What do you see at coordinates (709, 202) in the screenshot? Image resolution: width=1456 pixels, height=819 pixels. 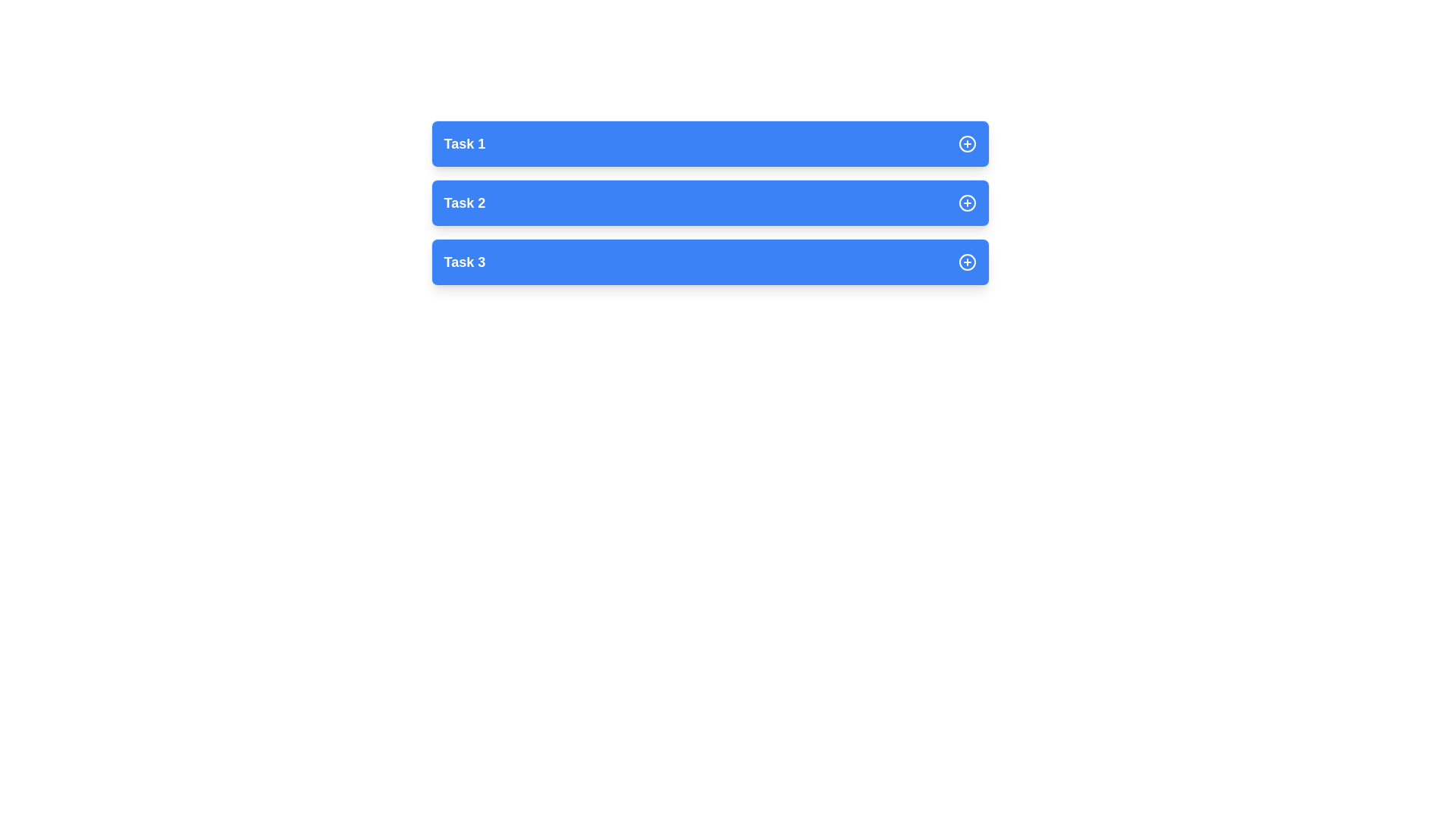 I see `the 'Task 2' list item` at bounding box center [709, 202].